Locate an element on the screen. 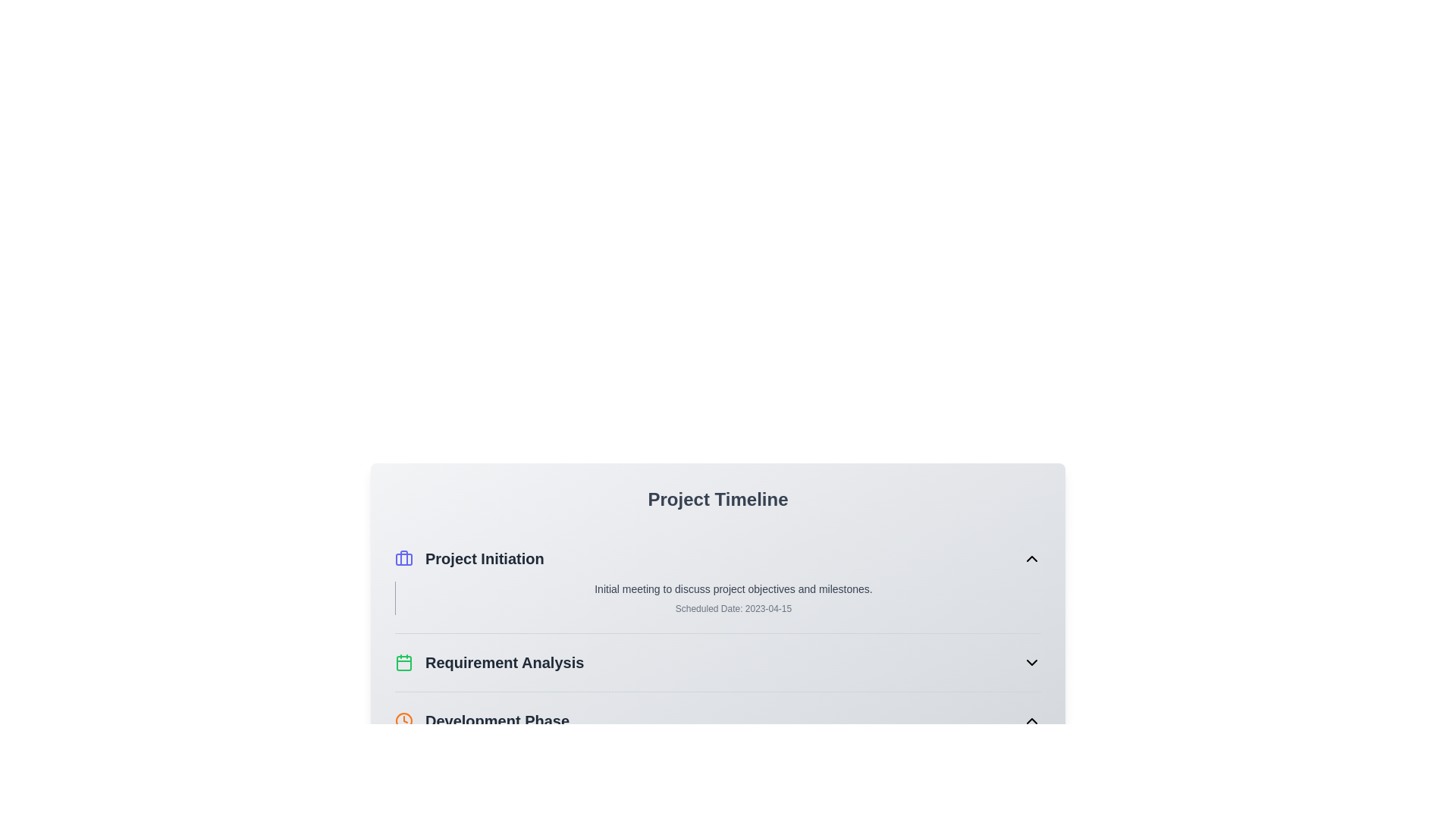 This screenshot has height=819, width=1456. the chevron icon at the far right end of the 'Requirement Analysis' row is located at coordinates (1031, 662).